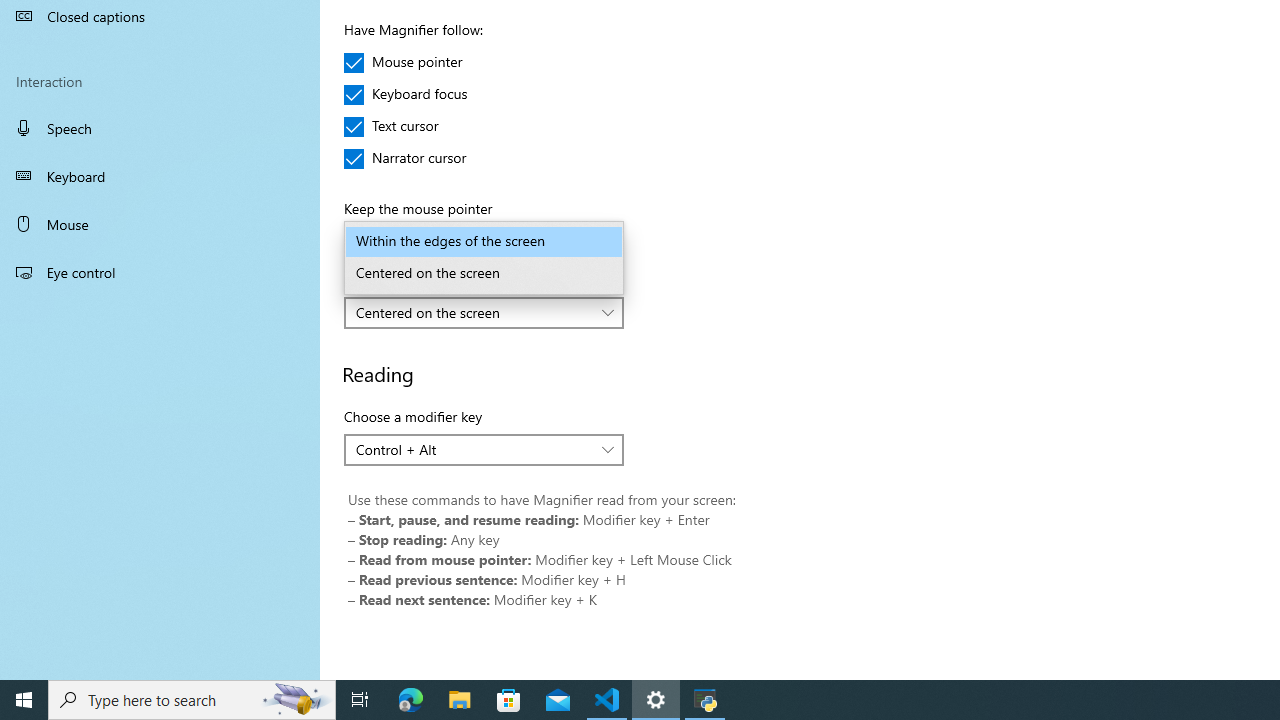 The width and height of the screenshot is (1280, 720). What do you see at coordinates (459, 698) in the screenshot?
I see `'File Explorer'` at bounding box center [459, 698].